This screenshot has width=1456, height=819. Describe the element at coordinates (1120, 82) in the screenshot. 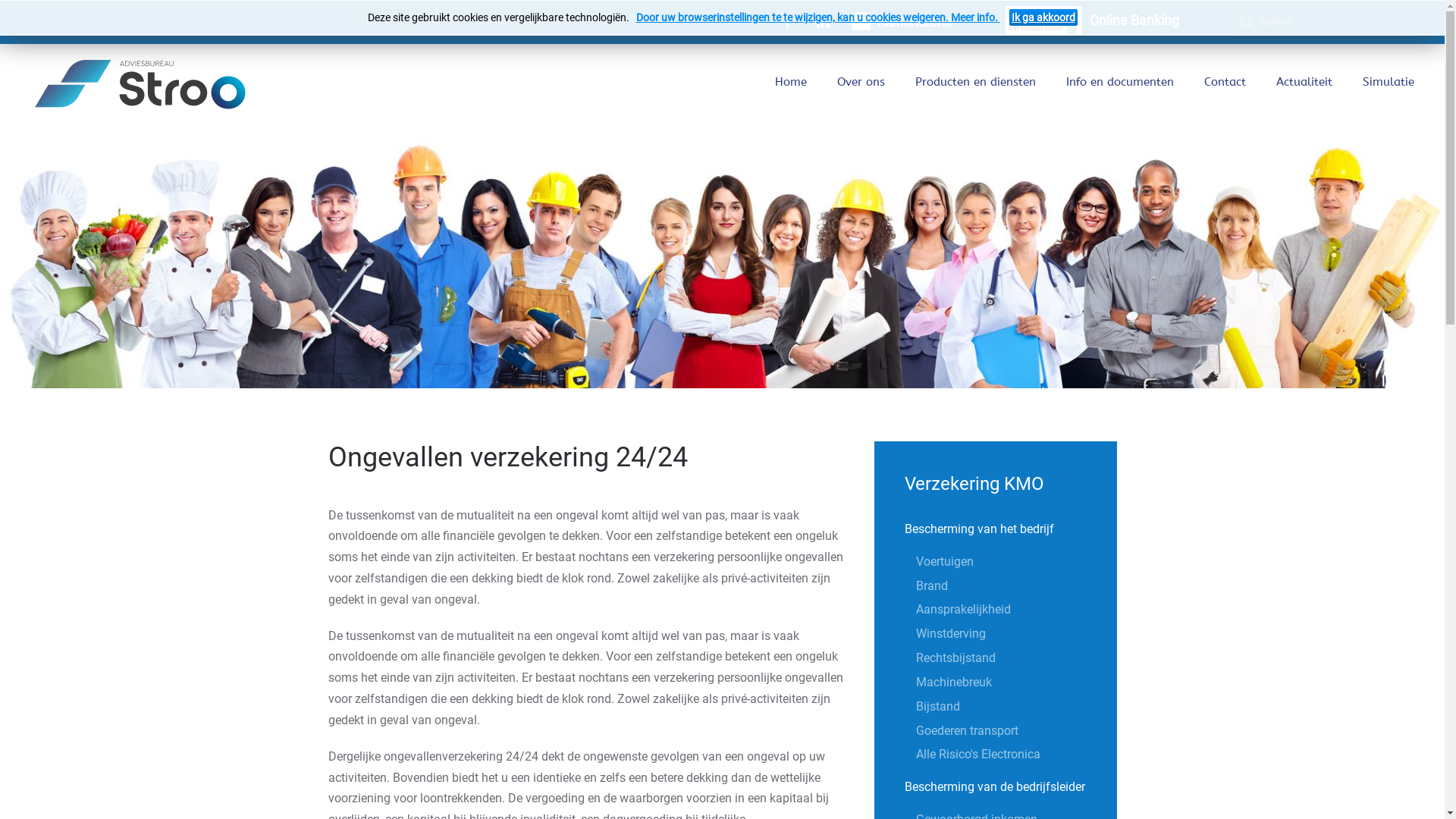

I see `'Info en documenten'` at that location.